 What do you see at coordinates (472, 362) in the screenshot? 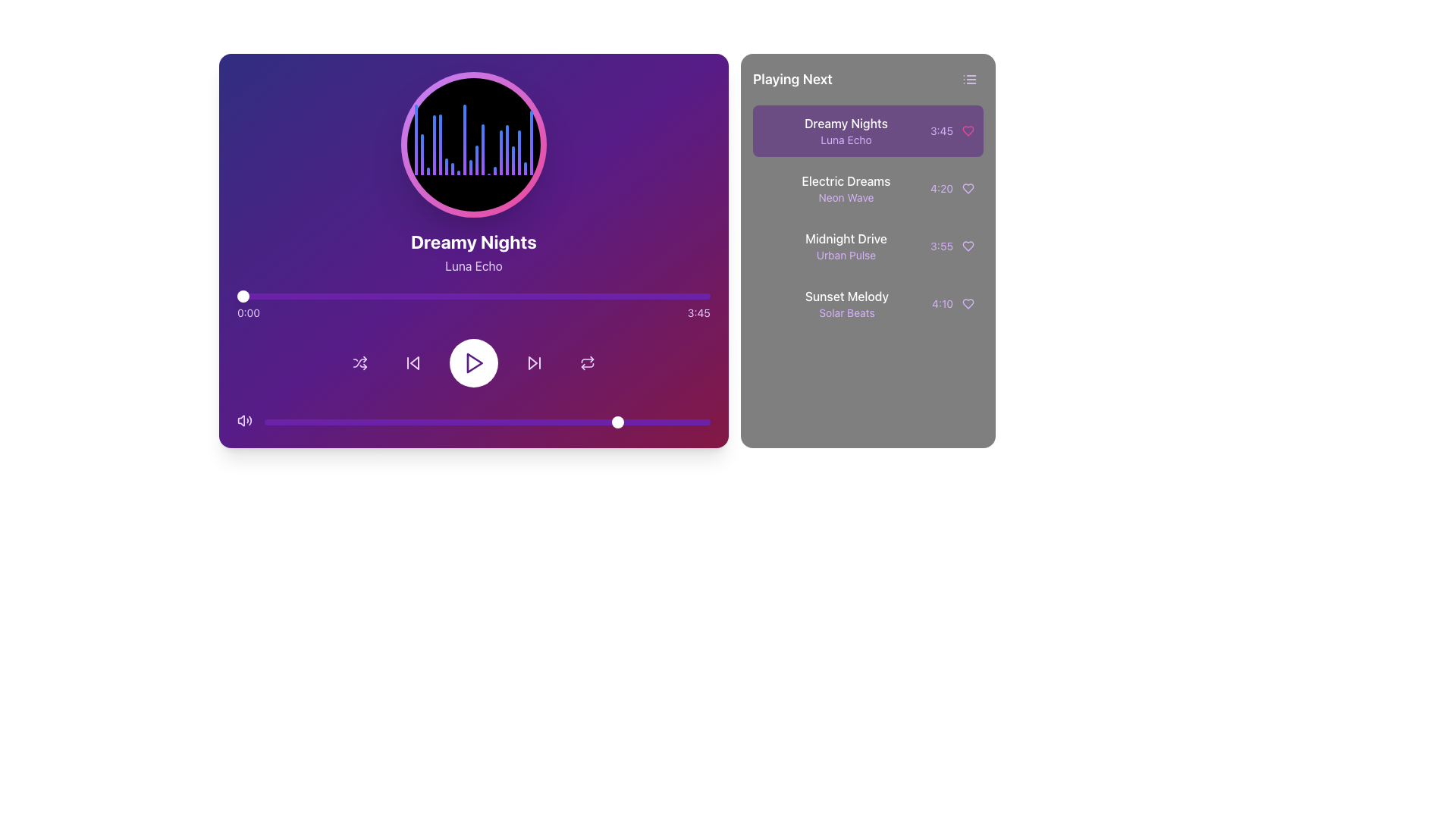
I see `the triangular play icon with a purple border located centrally within the circular button in the main music control area to initiate playback` at bounding box center [472, 362].